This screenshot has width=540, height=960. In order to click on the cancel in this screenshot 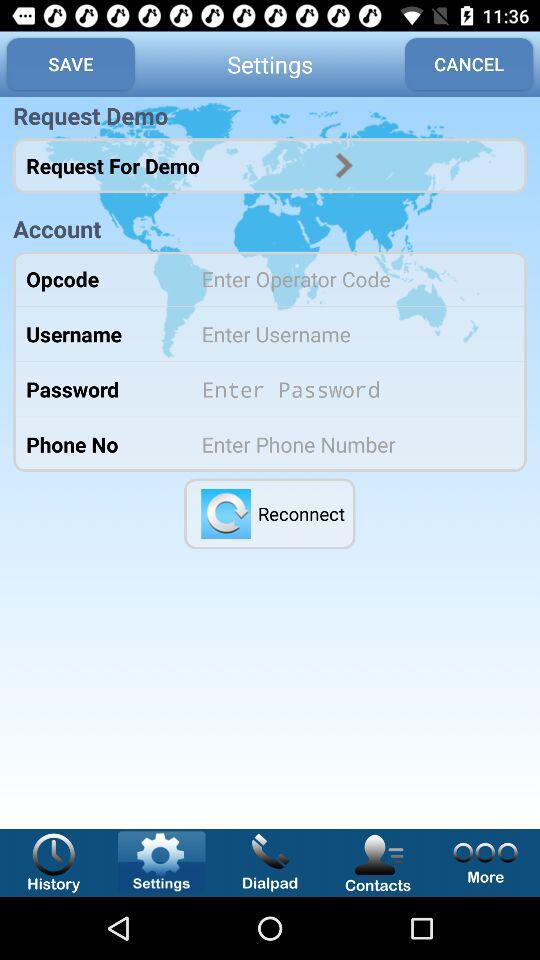, I will do `click(469, 64)`.